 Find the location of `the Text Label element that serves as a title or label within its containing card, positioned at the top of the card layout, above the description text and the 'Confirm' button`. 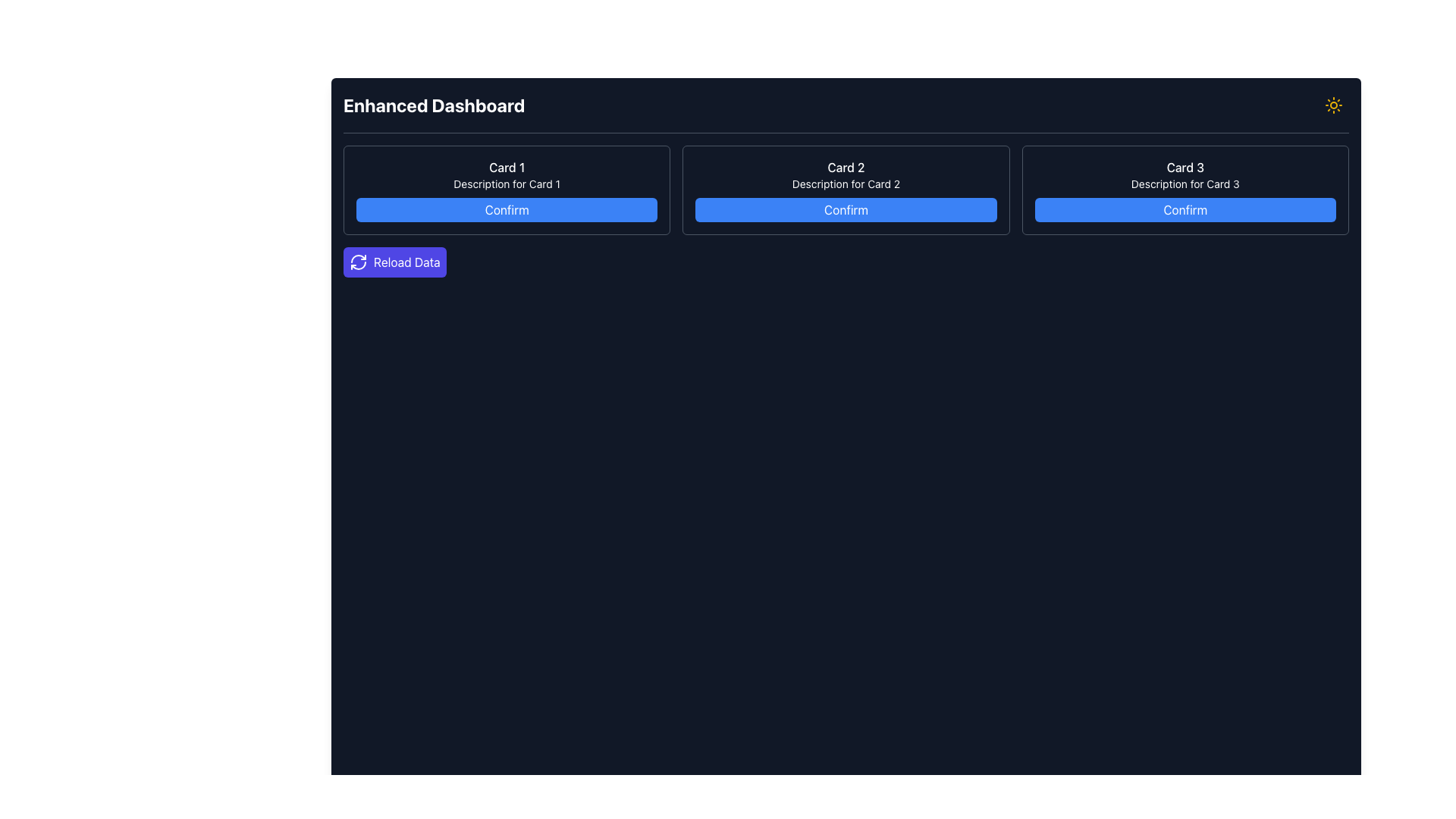

the Text Label element that serves as a title or label within its containing card, positioned at the top of the card layout, above the description text and the 'Confirm' button is located at coordinates (507, 167).